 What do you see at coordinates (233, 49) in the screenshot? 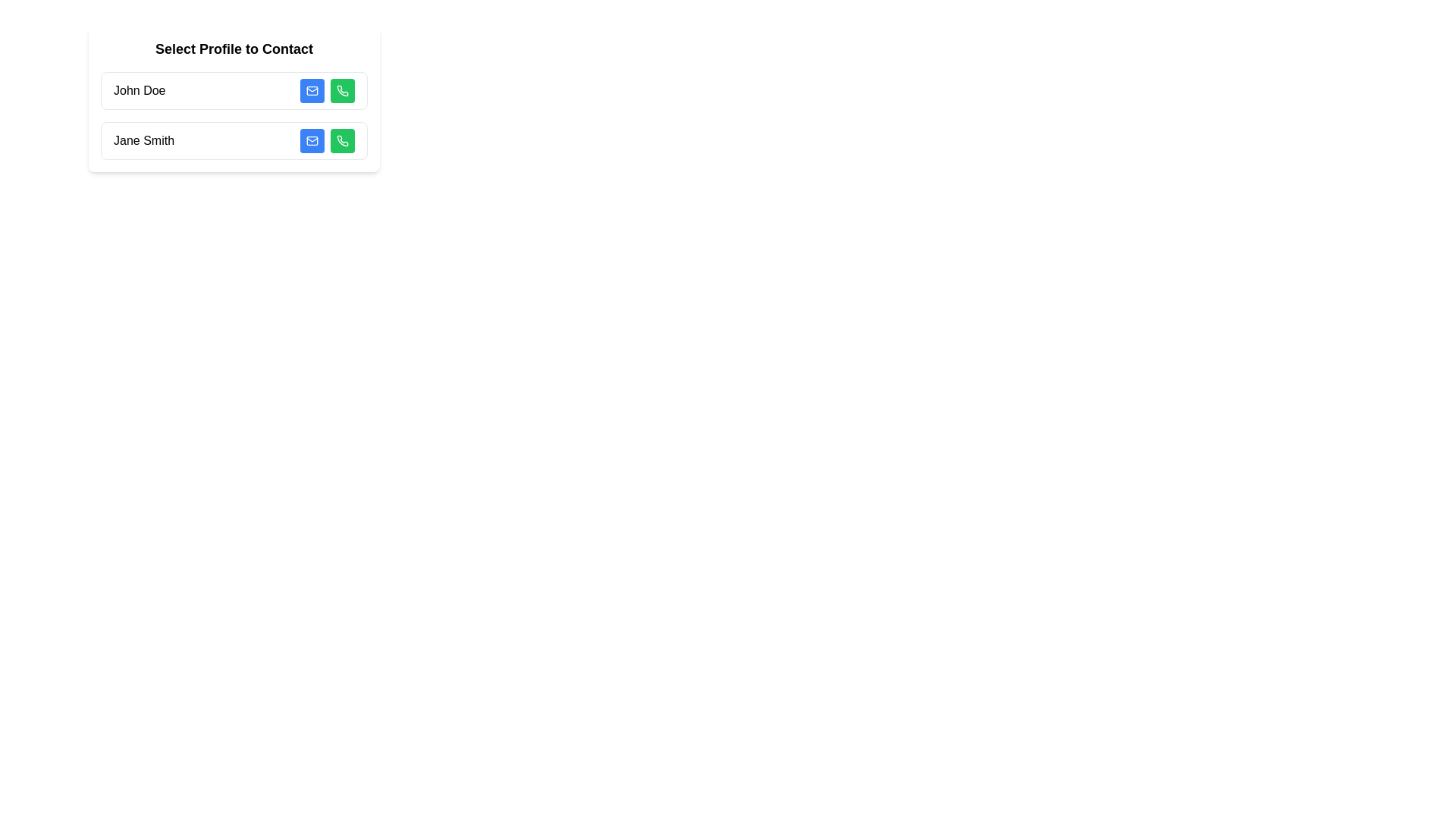
I see `the text label that serves as the header for the profile selection section, indicating the purpose of the interface below` at bounding box center [233, 49].